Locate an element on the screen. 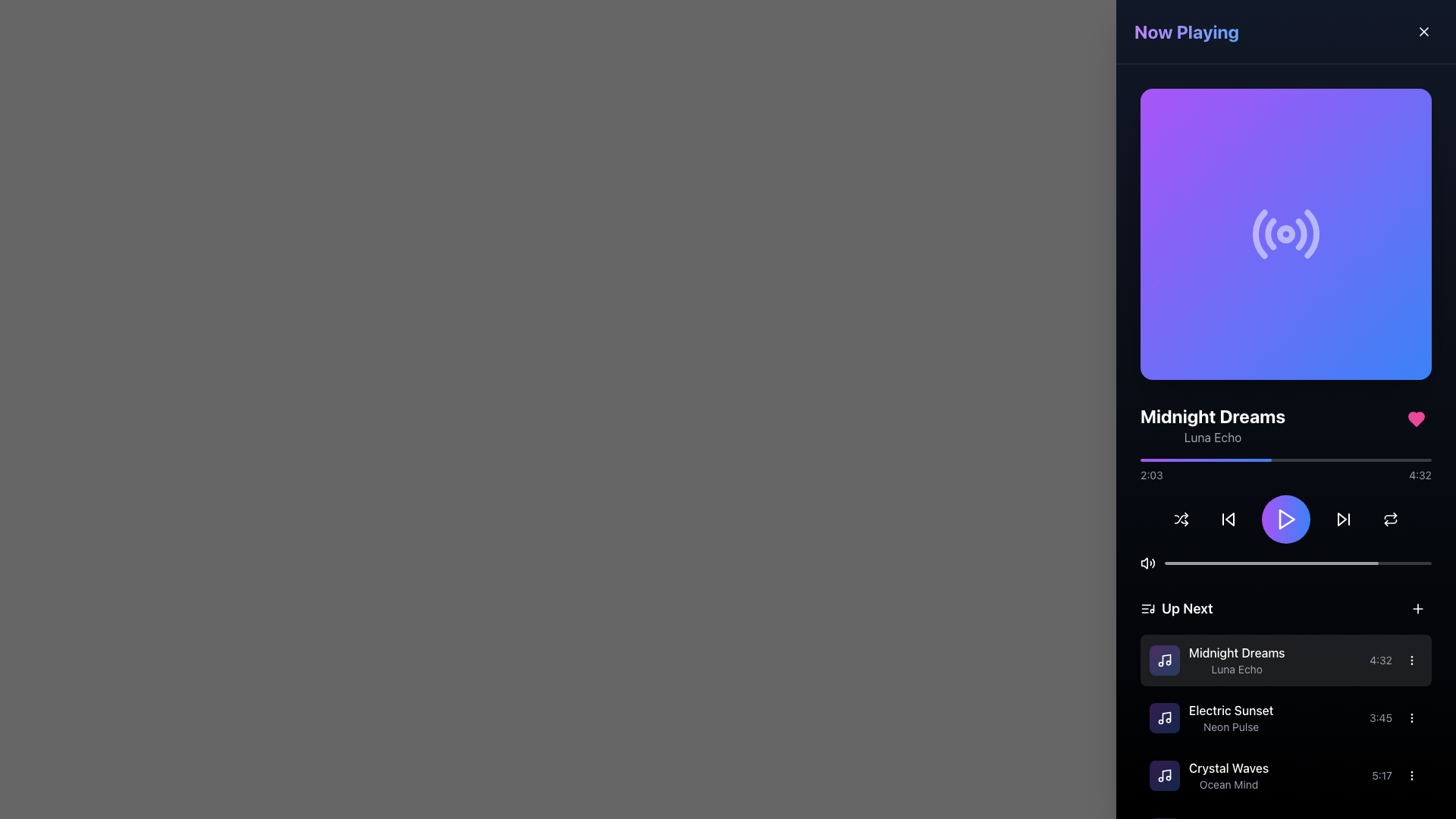  the circular button with a gradient background and a white play icon at its center to activate hover effects is located at coordinates (1285, 519).